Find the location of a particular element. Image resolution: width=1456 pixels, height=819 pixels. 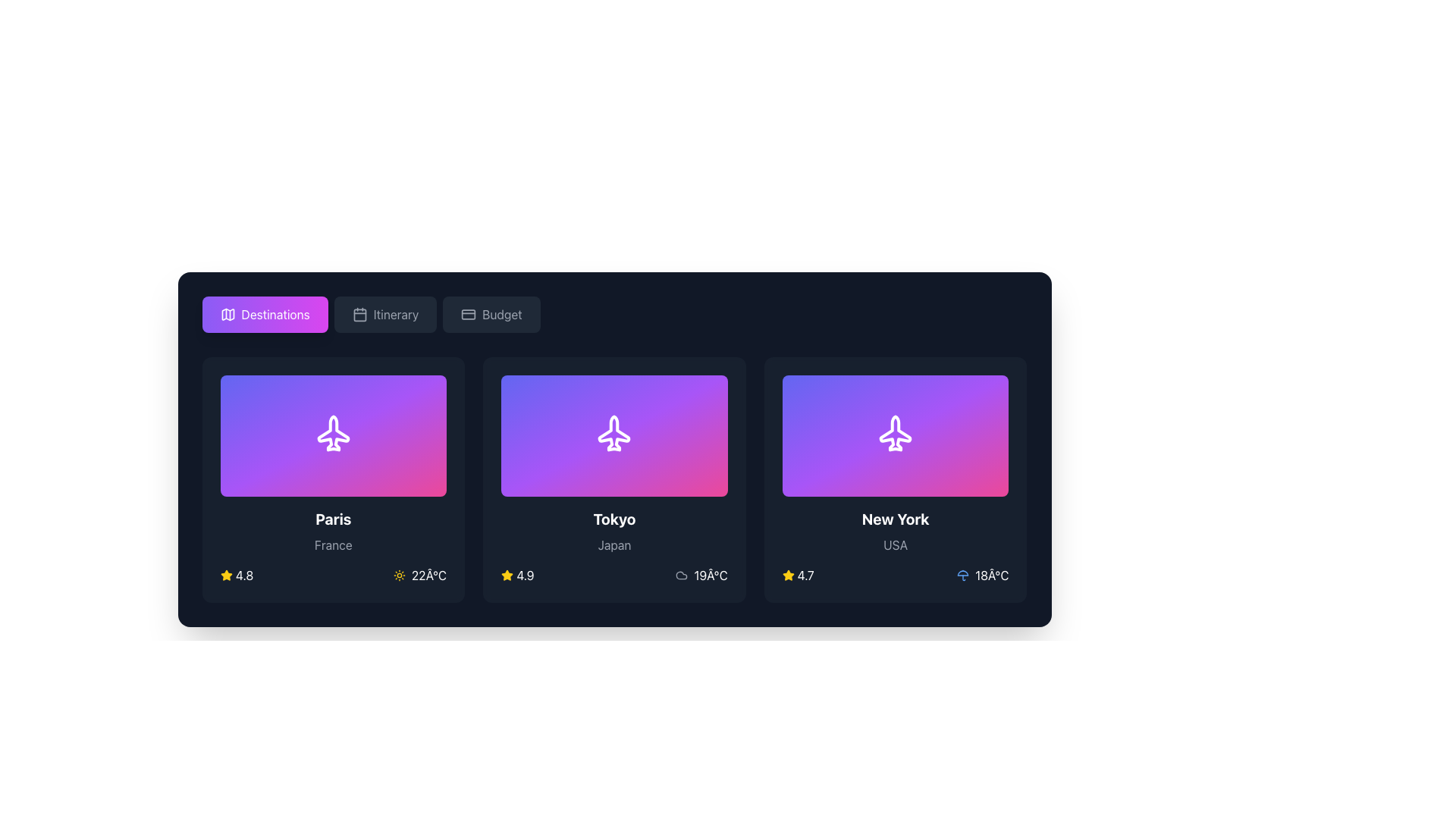

the third stylized information card in the grid layout is located at coordinates (896, 479).